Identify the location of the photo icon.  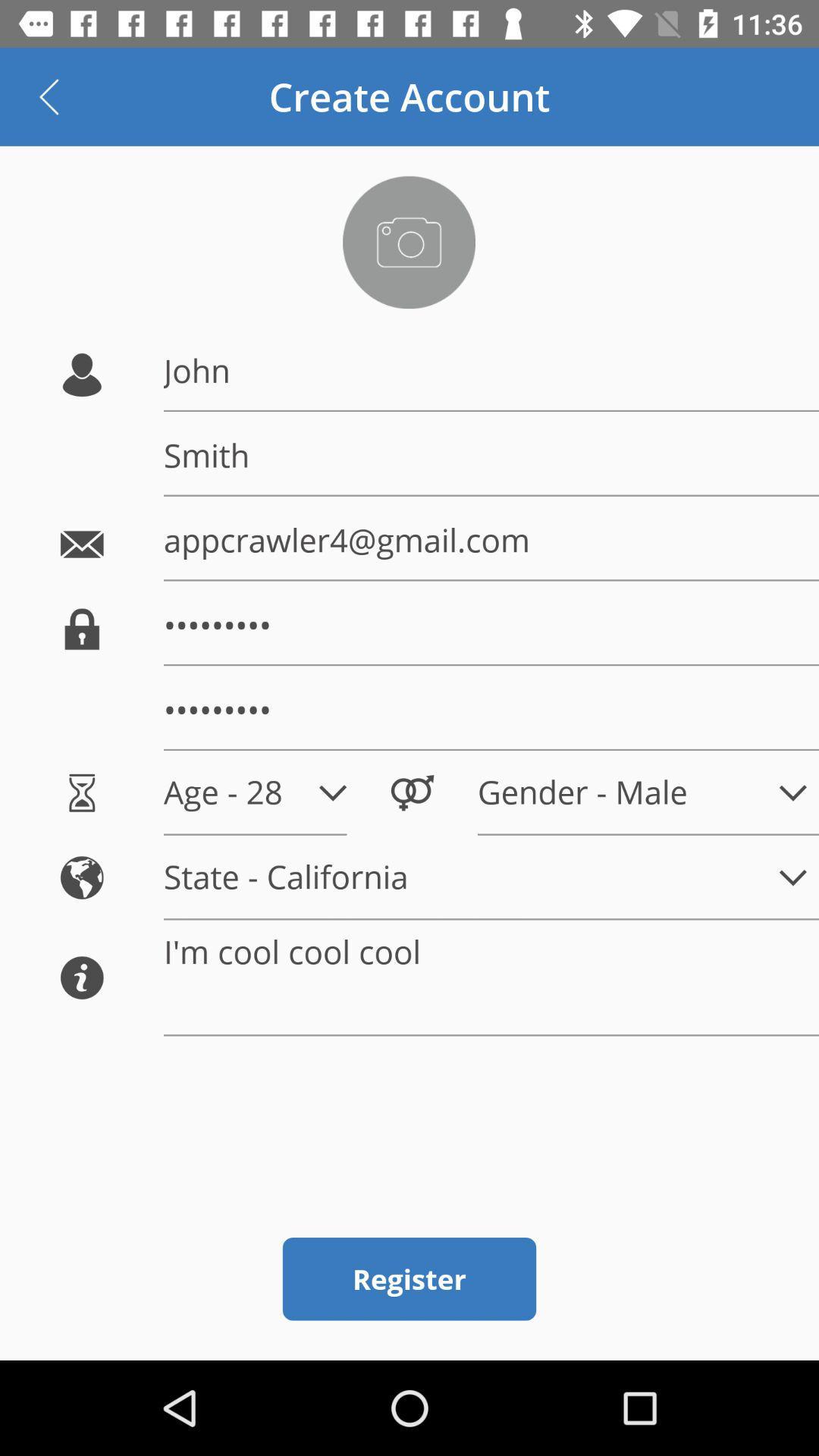
(408, 241).